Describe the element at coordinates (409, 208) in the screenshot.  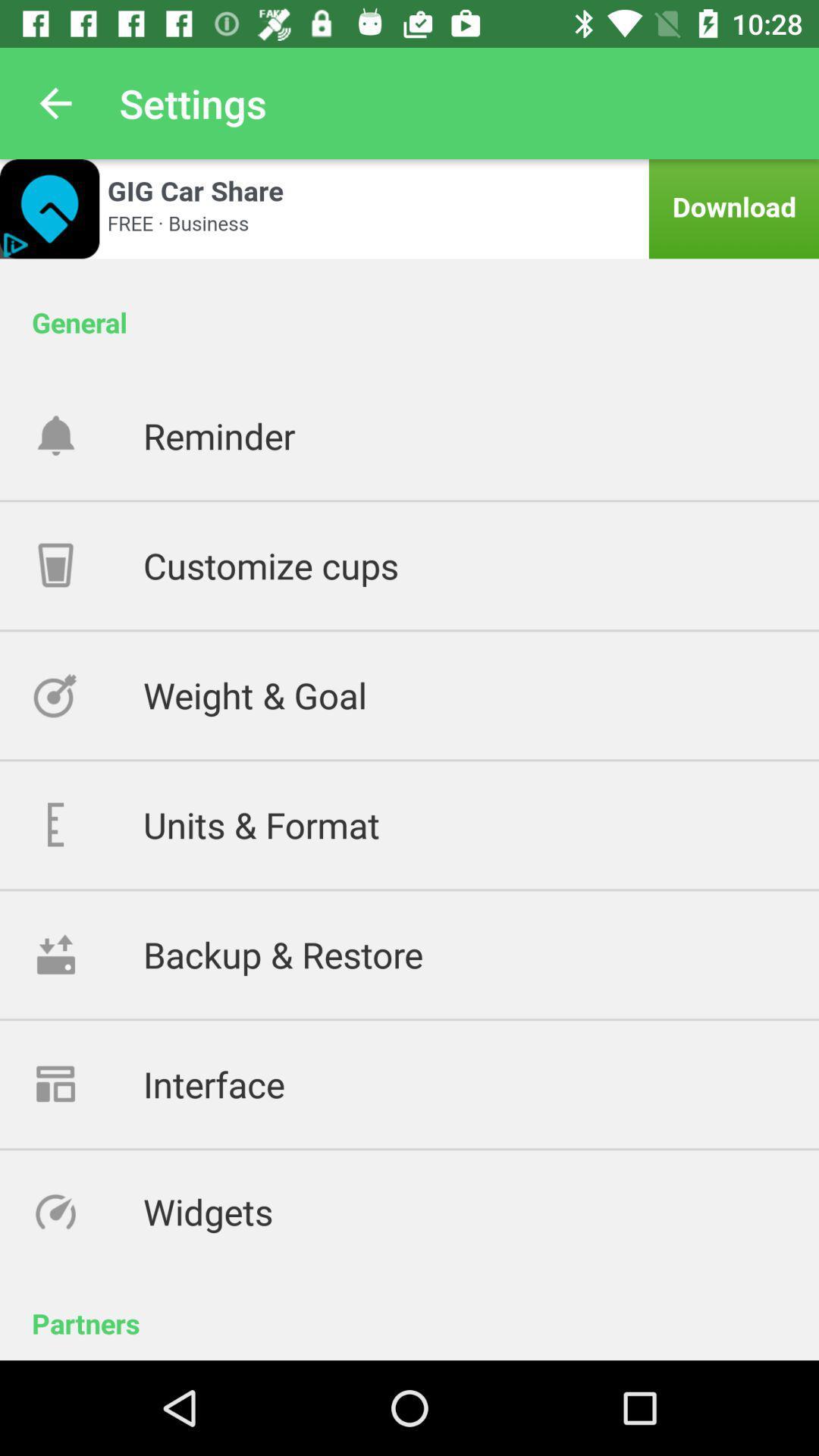
I see `advertisement` at that location.